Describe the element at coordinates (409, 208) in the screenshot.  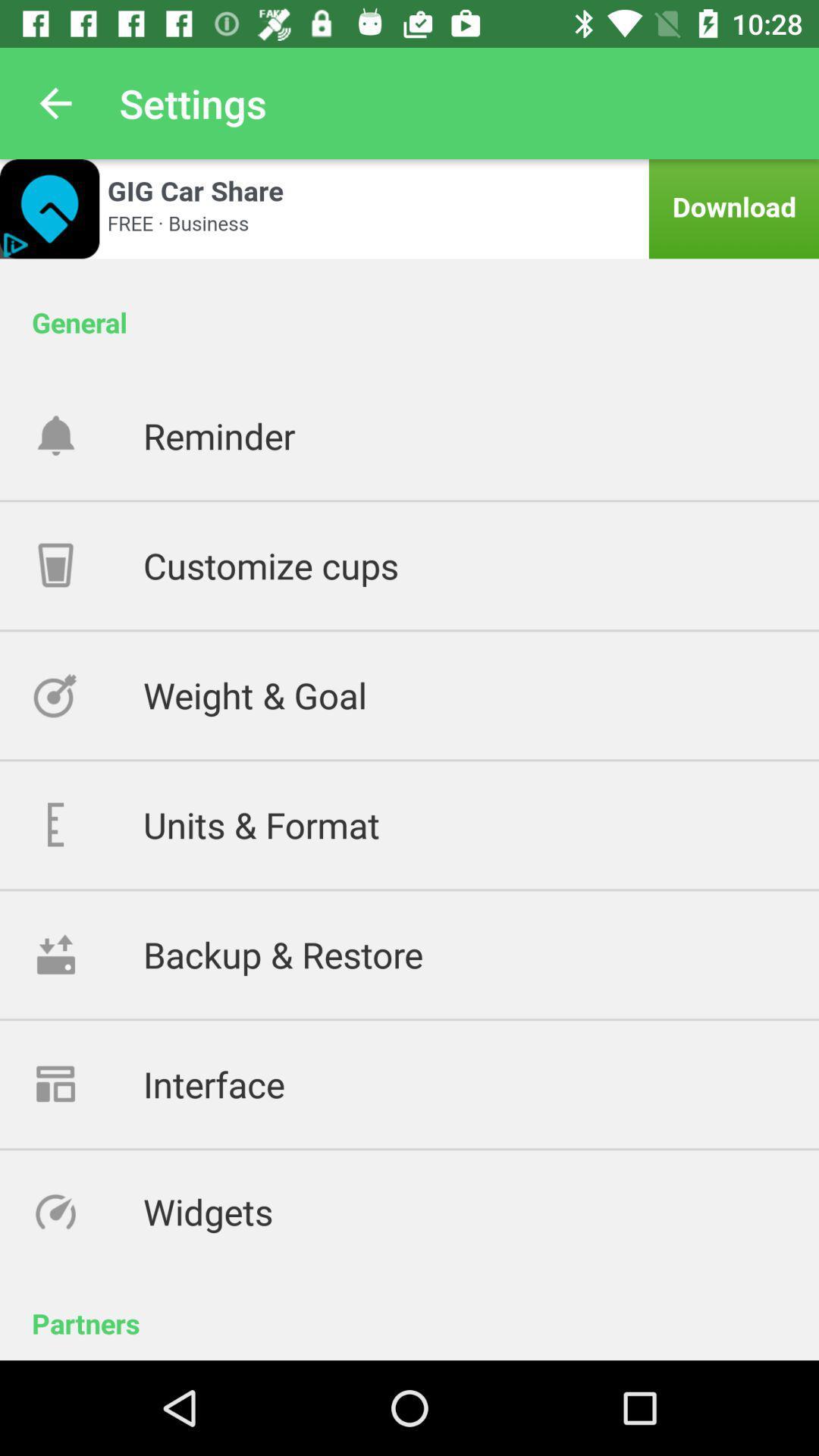
I see `advertisement` at that location.